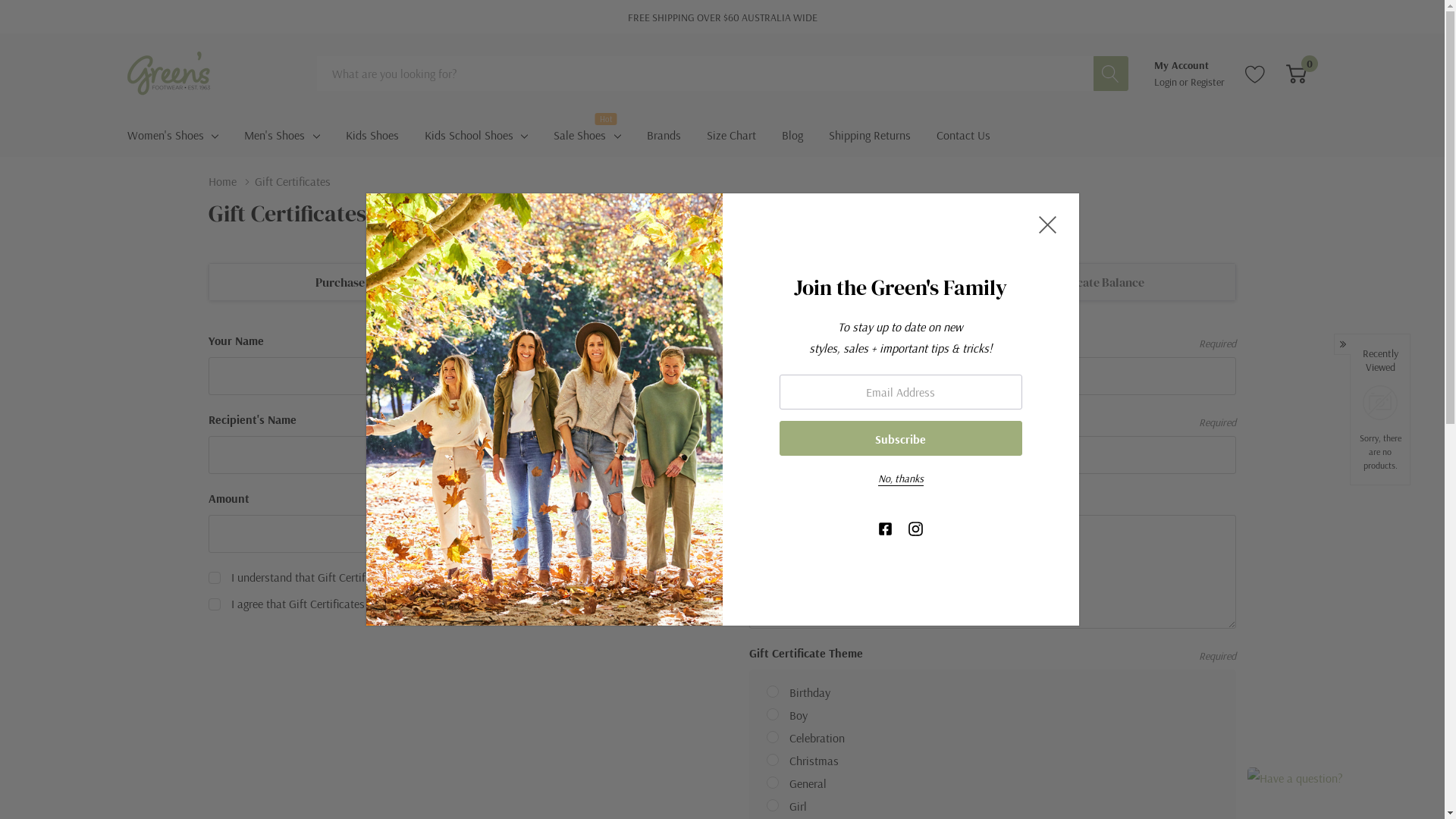  What do you see at coordinates (231, 180) in the screenshot?
I see `'Home'` at bounding box center [231, 180].